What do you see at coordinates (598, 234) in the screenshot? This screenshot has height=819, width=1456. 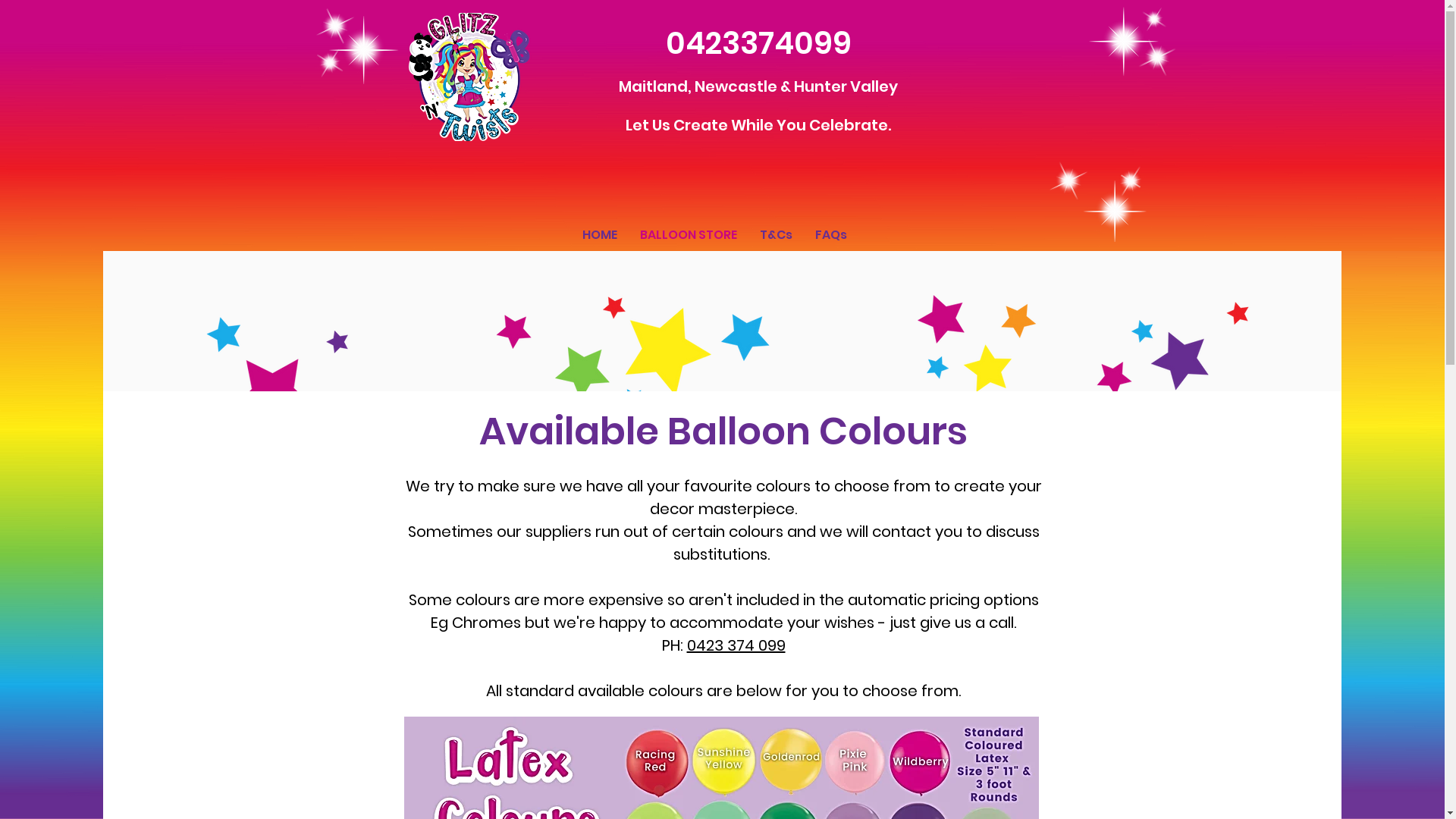 I see `'HOME'` at bounding box center [598, 234].